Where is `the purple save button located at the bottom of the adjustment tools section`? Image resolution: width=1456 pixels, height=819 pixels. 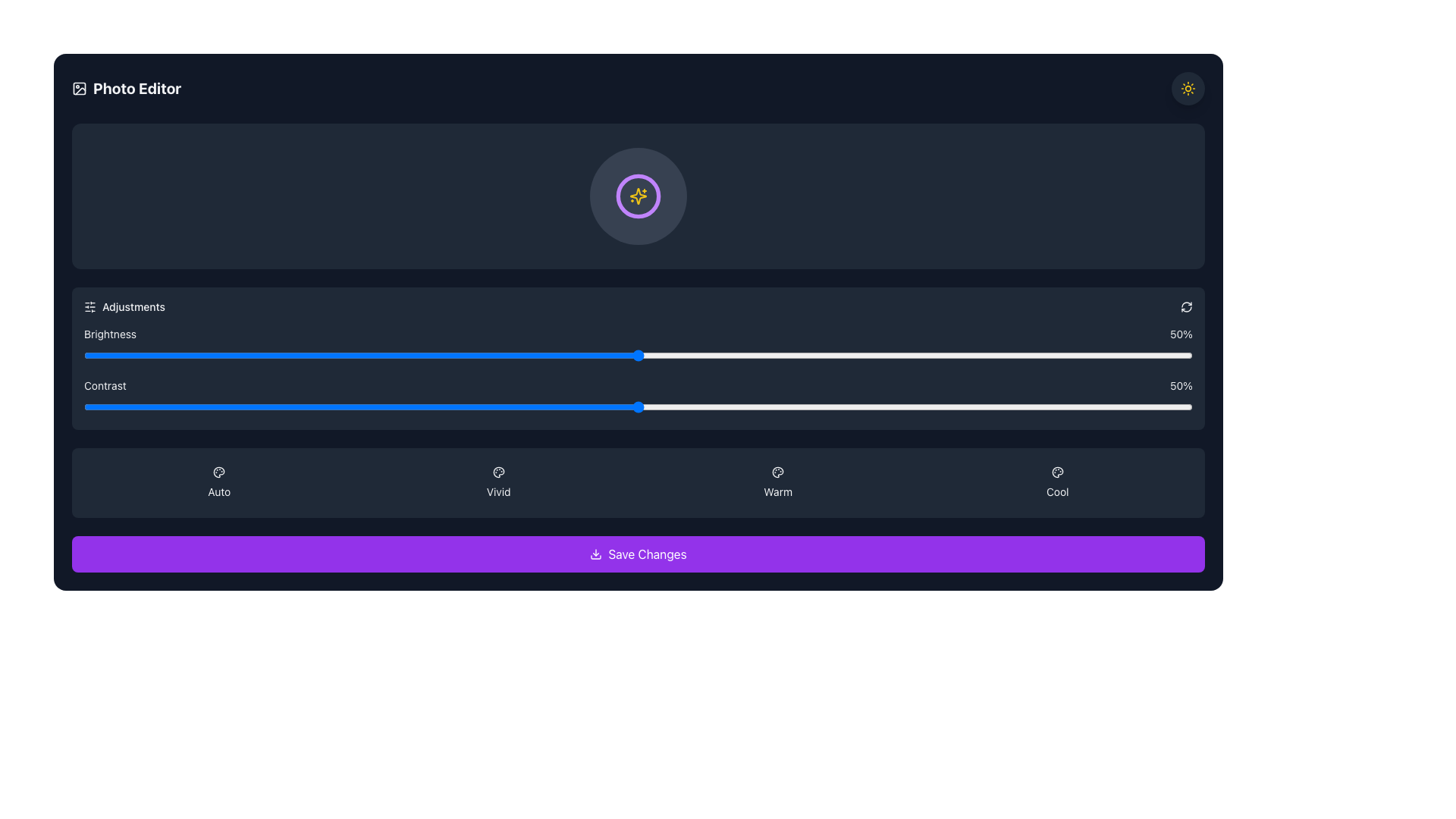
the purple save button located at the bottom of the adjustment tools section is located at coordinates (638, 554).